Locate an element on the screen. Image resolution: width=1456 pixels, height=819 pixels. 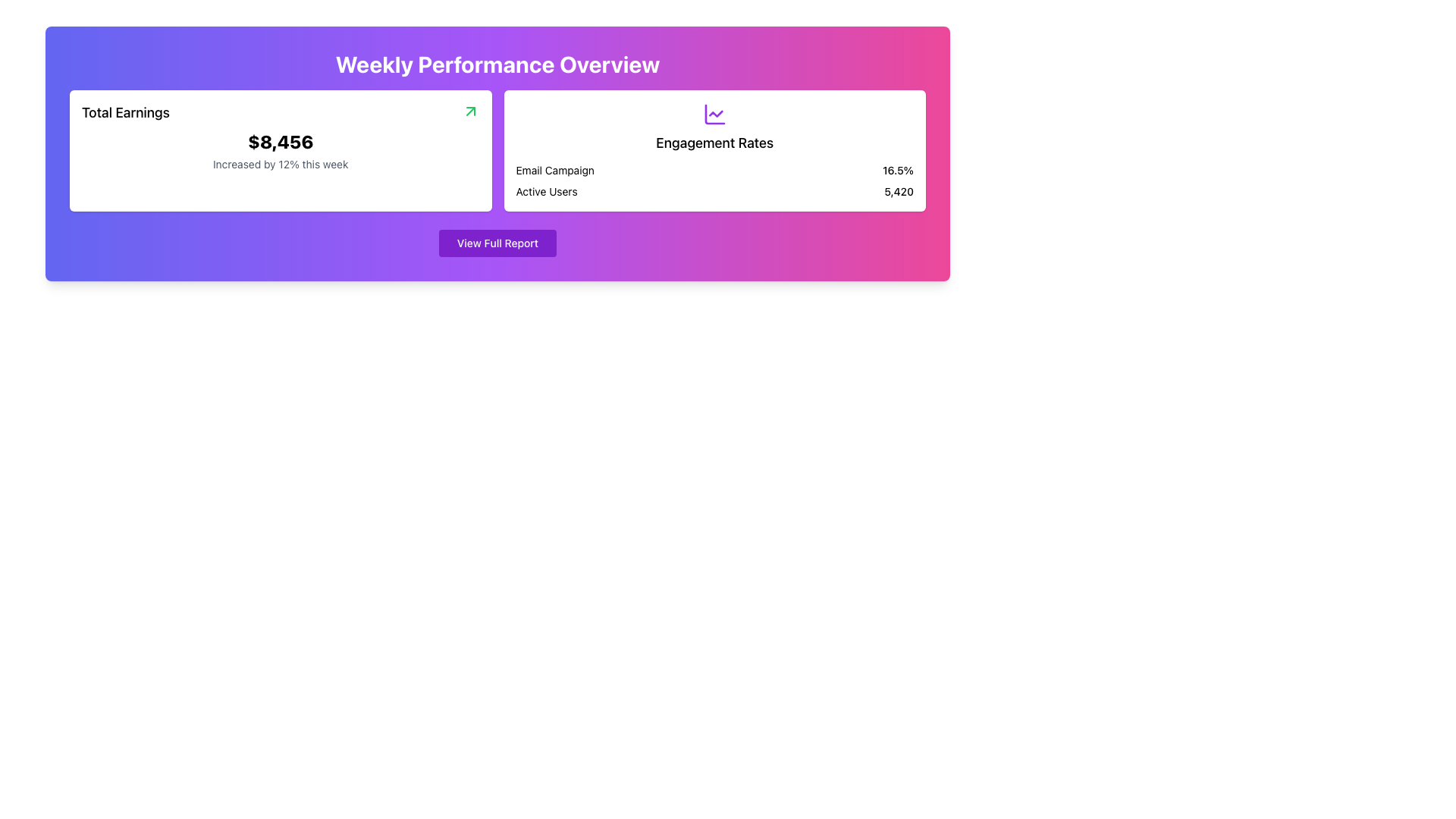
the SVG Icon positioned at the top-right of the card labeled 'Engagement Rates', which serves as a visual representation of engagement rates is located at coordinates (714, 113).